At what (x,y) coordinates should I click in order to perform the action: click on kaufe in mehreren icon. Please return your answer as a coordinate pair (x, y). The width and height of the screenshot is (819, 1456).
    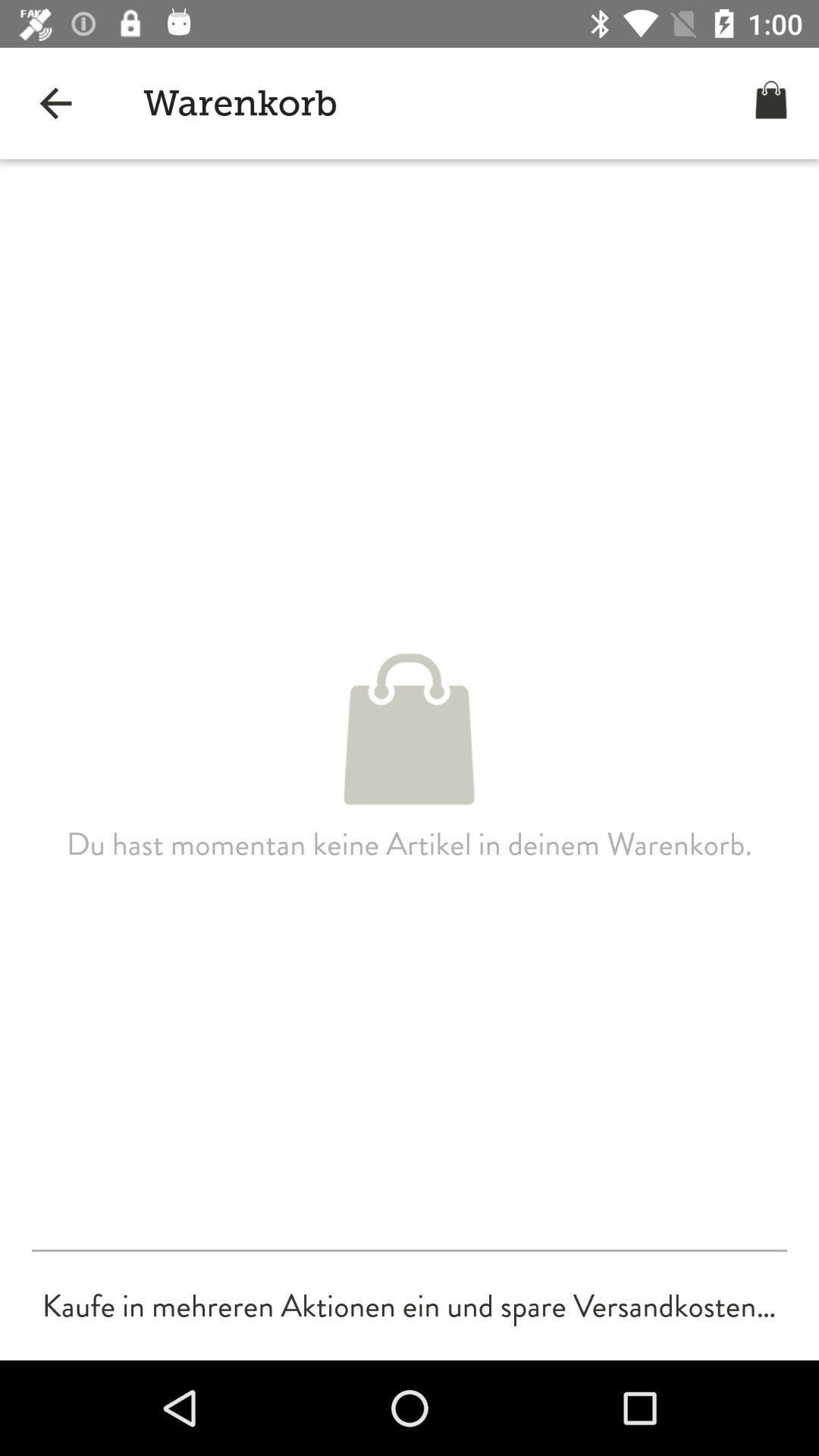
    Looking at the image, I should click on (408, 1305).